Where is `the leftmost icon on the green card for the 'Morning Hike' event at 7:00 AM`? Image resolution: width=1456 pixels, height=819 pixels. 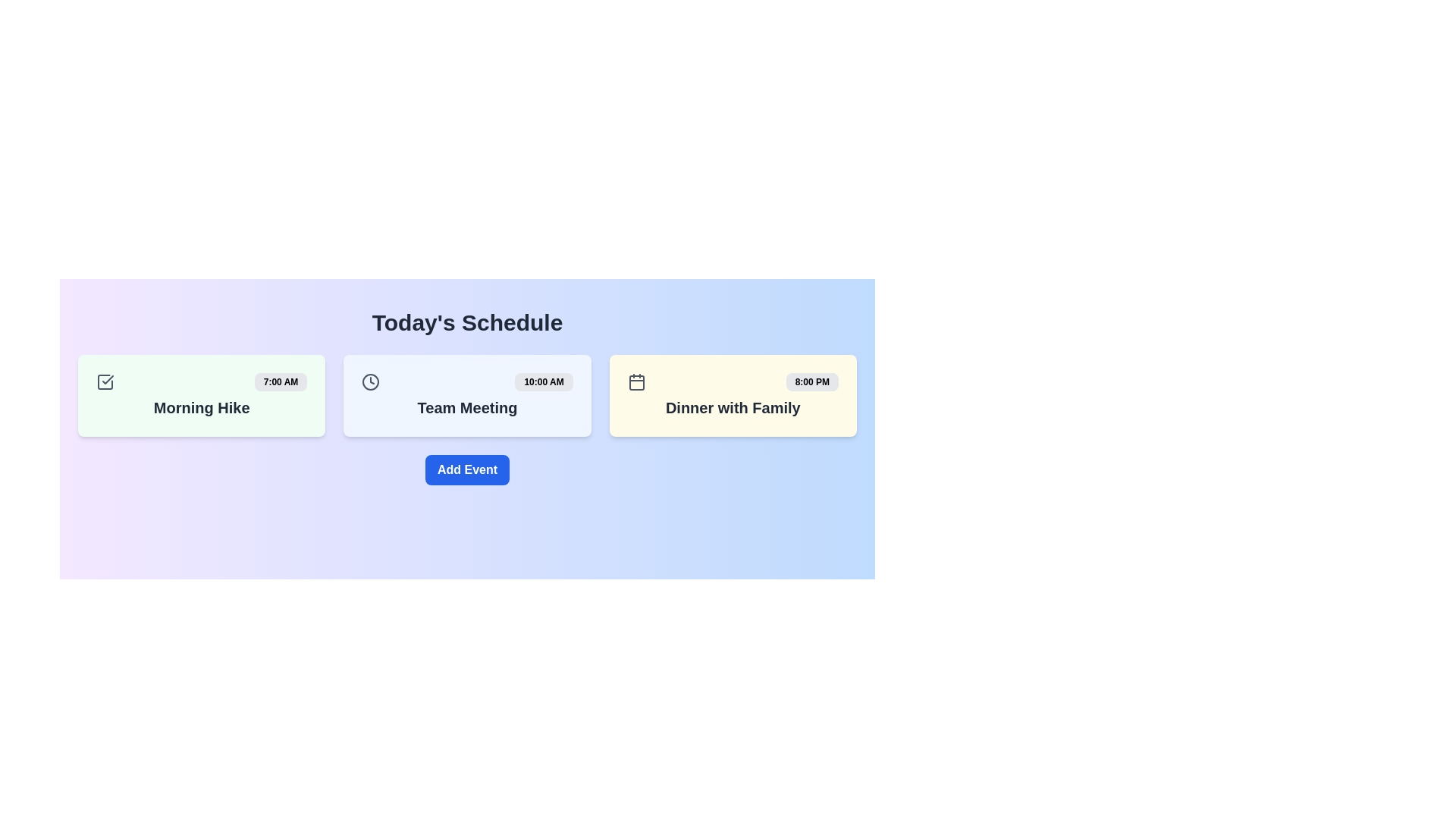
the leftmost icon on the green card for the 'Morning Hike' event at 7:00 AM is located at coordinates (105, 381).